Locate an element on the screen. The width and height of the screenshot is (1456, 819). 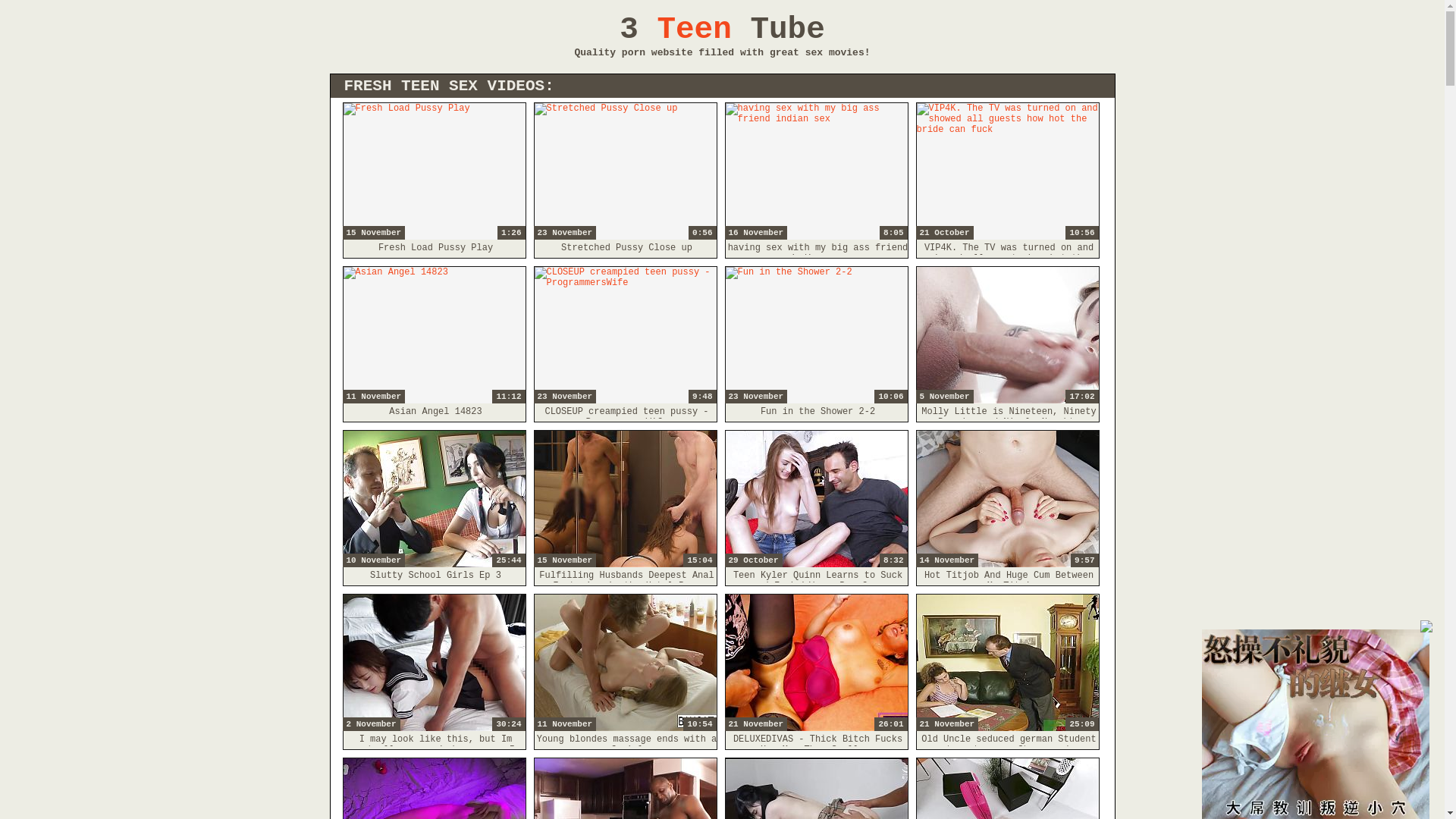
'3 Teen Tube' is located at coordinates (721, 29).